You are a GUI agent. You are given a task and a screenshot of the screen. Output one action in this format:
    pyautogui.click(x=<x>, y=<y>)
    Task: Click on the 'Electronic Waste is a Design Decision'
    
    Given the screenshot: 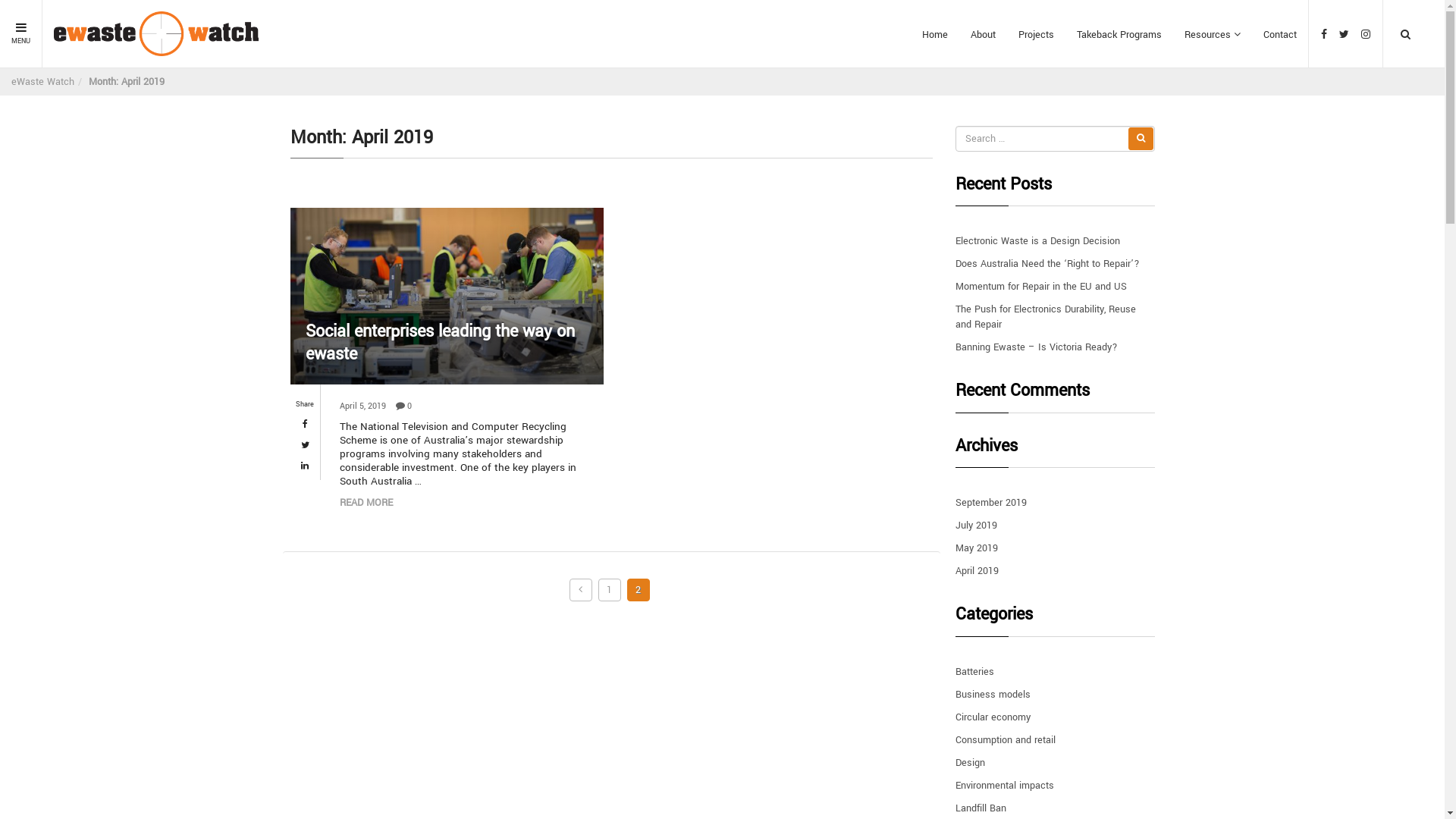 What is the action you would take?
    pyautogui.click(x=1037, y=240)
    